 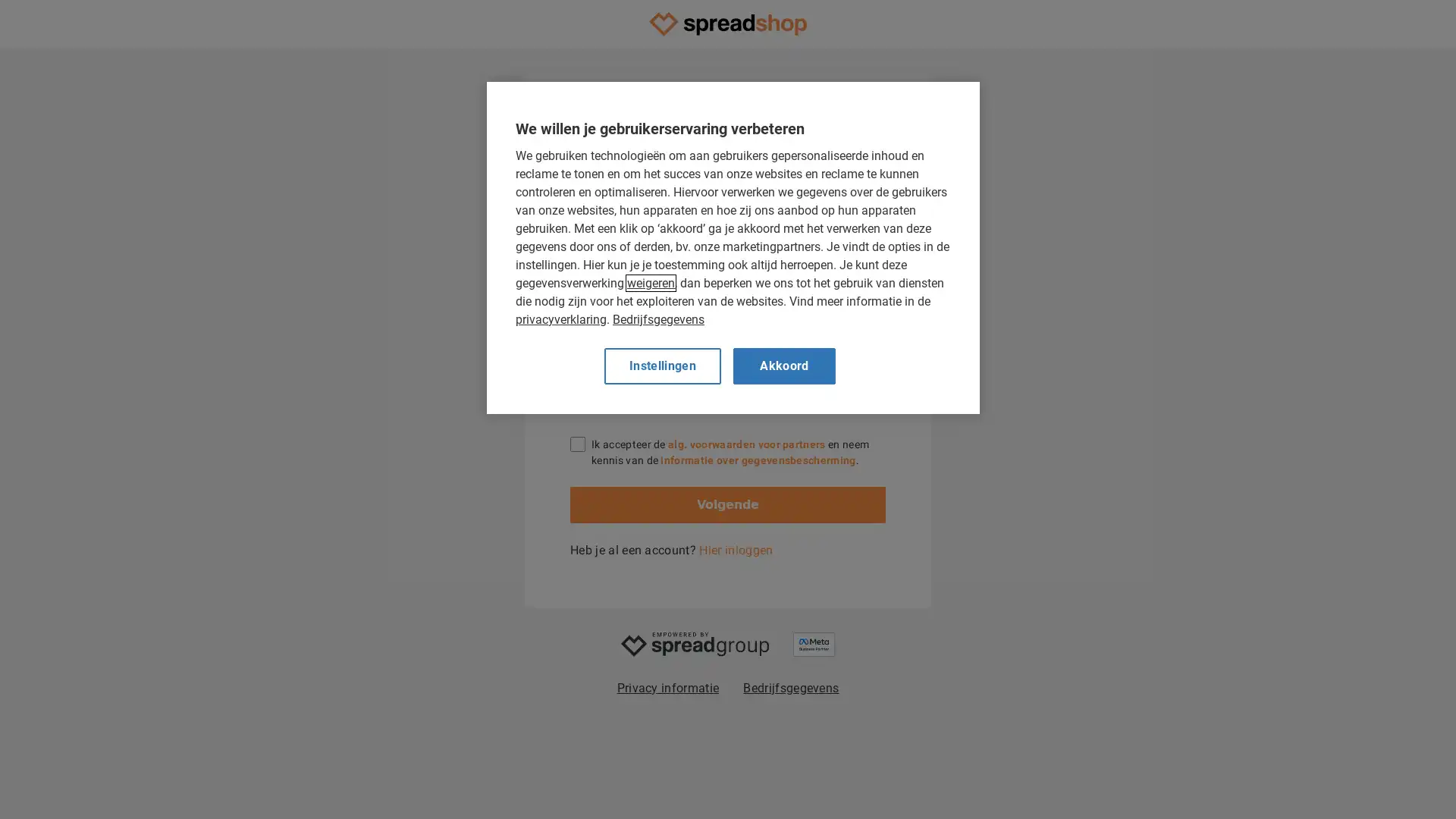 What do you see at coordinates (662, 366) in the screenshot?
I see `Instellingen` at bounding box center [662, 366].